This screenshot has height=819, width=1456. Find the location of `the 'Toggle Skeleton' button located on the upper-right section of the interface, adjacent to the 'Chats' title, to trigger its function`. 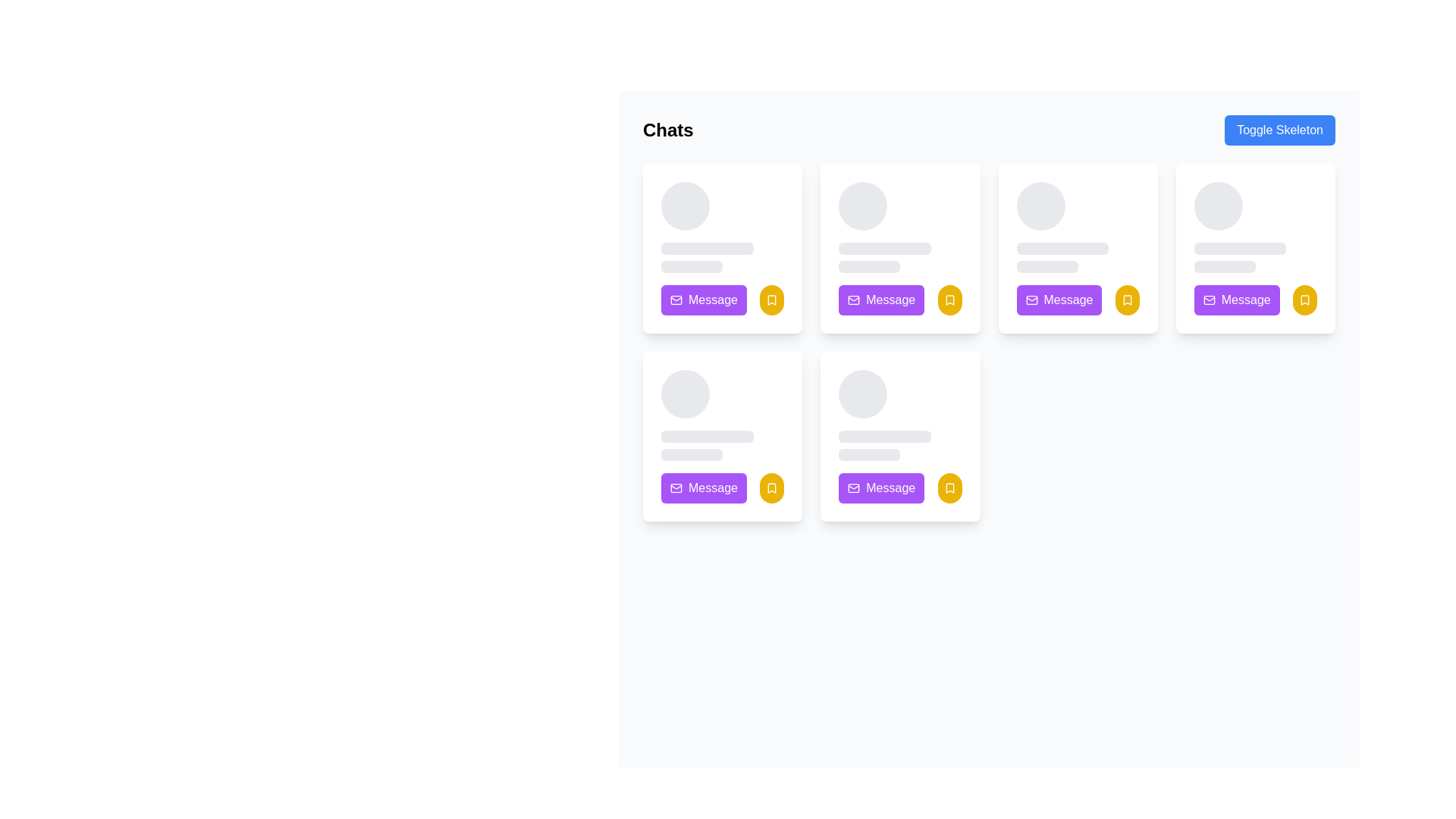

the 'Toggle Skeleton' button located on the upper-right section of the interface, adjacent to the 'Chats' title, to trigger its function is located at coordinates (1279, 130).